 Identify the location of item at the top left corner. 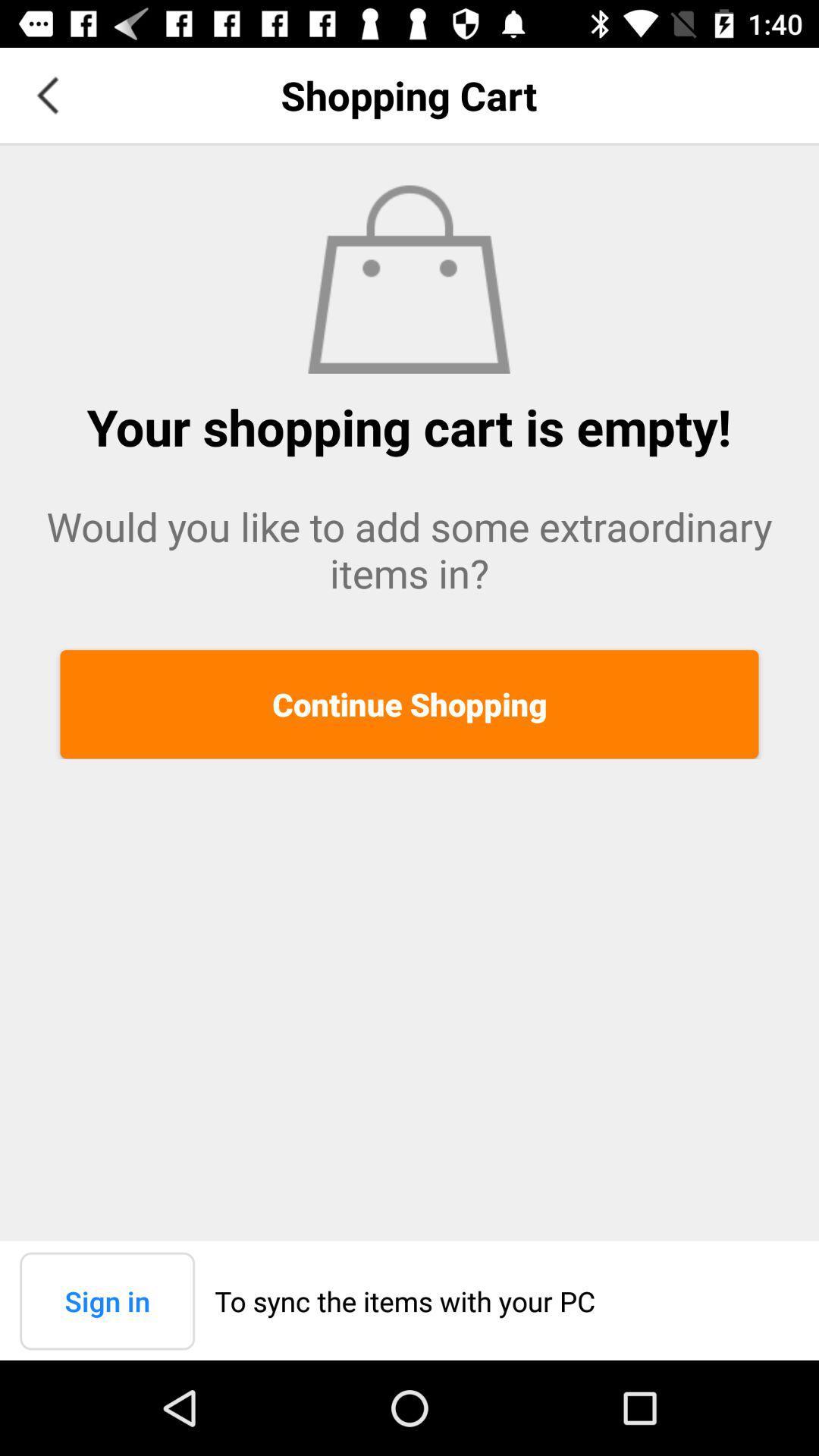
(46, 94).